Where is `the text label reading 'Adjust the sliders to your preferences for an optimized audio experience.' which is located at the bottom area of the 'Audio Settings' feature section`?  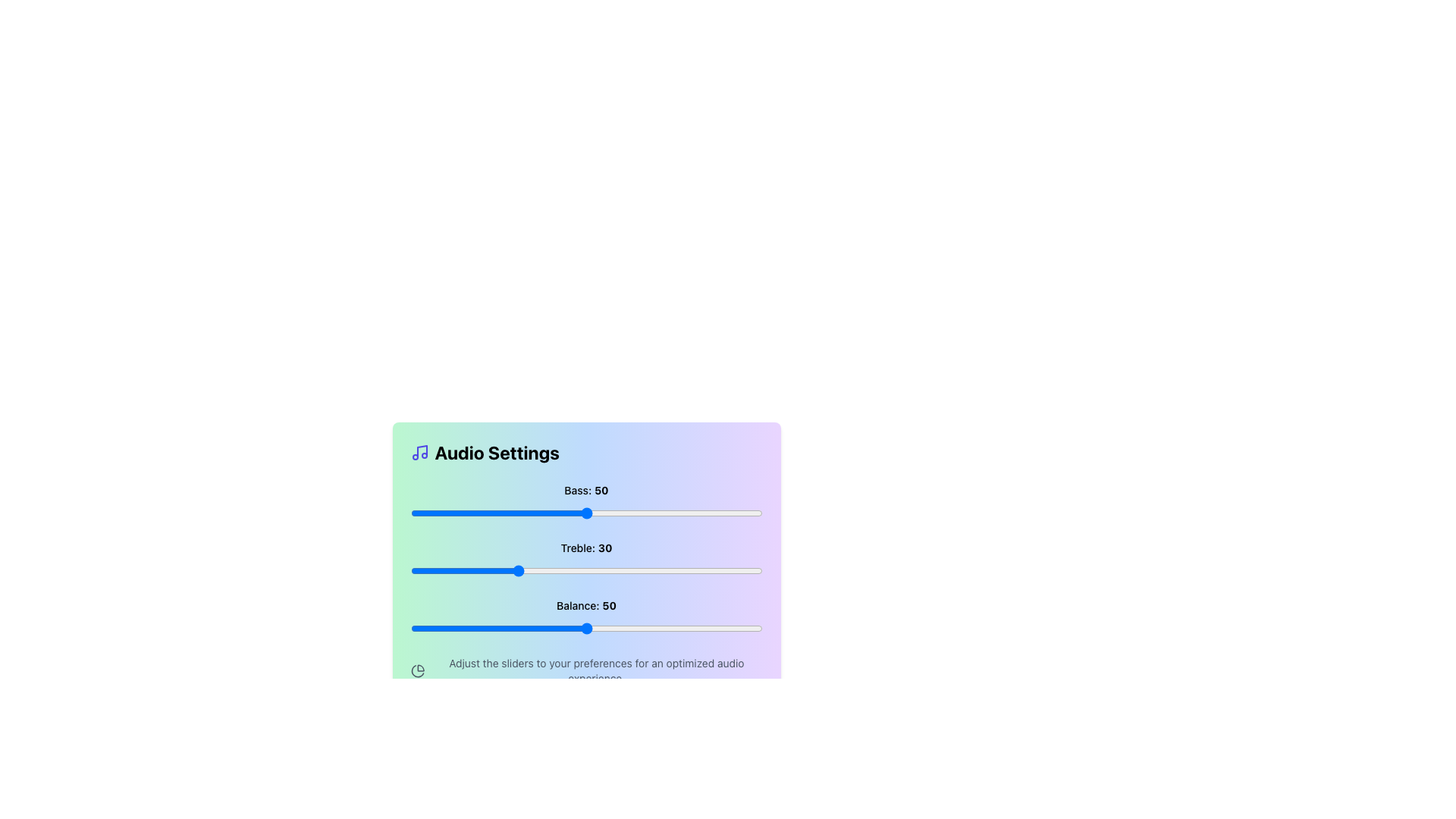 the text label reading 'Adjust the sliders to your preferences for an optimized audio experience.' which is located at the bottom area of the 'Audio Settings' feature section is located at coordinates (595, 670).